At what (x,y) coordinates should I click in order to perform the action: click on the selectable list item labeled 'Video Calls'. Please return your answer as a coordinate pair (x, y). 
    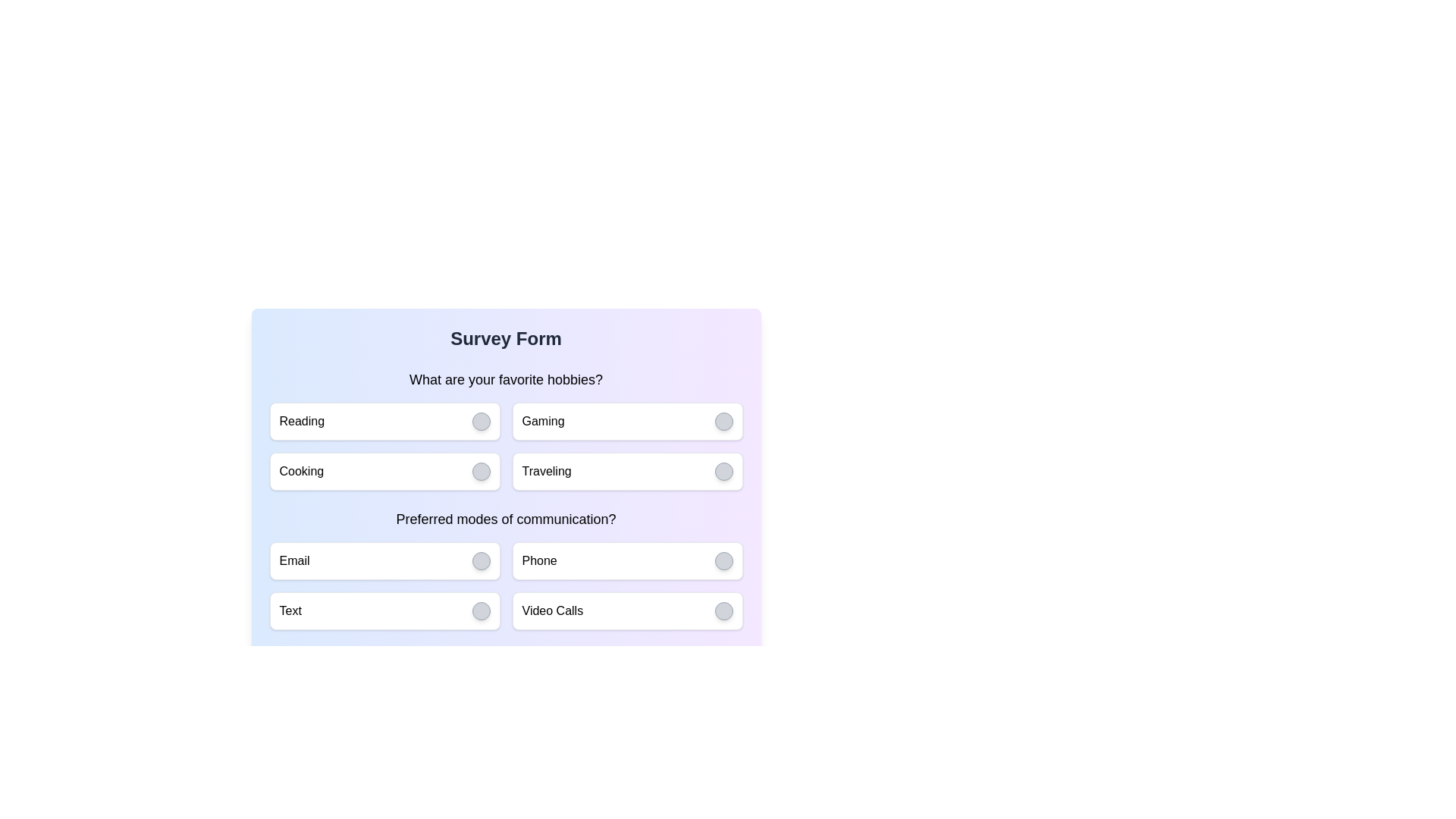
    Looking at the image, I should click on (627, 610).